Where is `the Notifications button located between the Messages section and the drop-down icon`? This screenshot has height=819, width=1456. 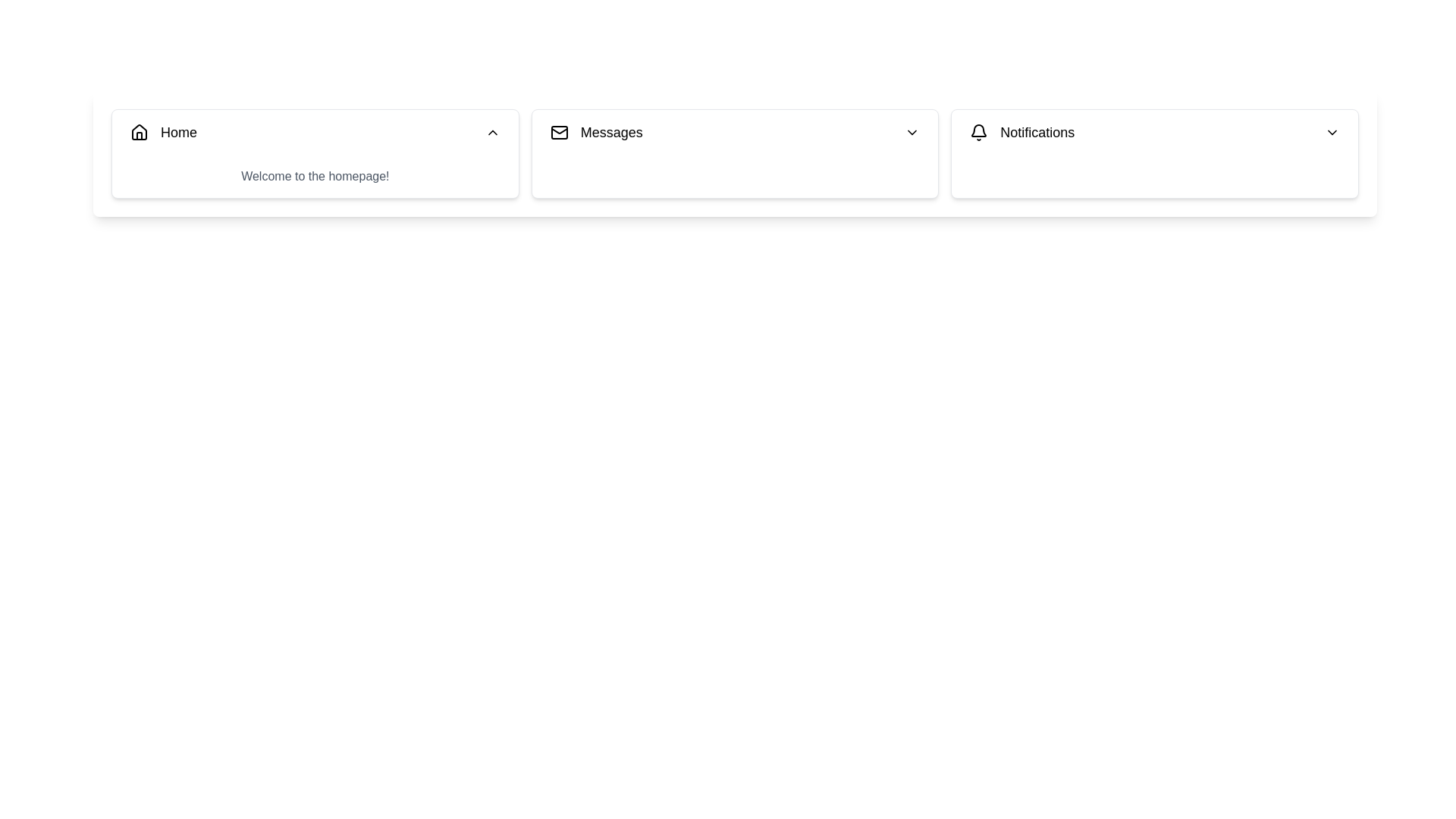
the Notifications button located between the Messages section and the drop-down icon is located at coordinates (1022, 131).